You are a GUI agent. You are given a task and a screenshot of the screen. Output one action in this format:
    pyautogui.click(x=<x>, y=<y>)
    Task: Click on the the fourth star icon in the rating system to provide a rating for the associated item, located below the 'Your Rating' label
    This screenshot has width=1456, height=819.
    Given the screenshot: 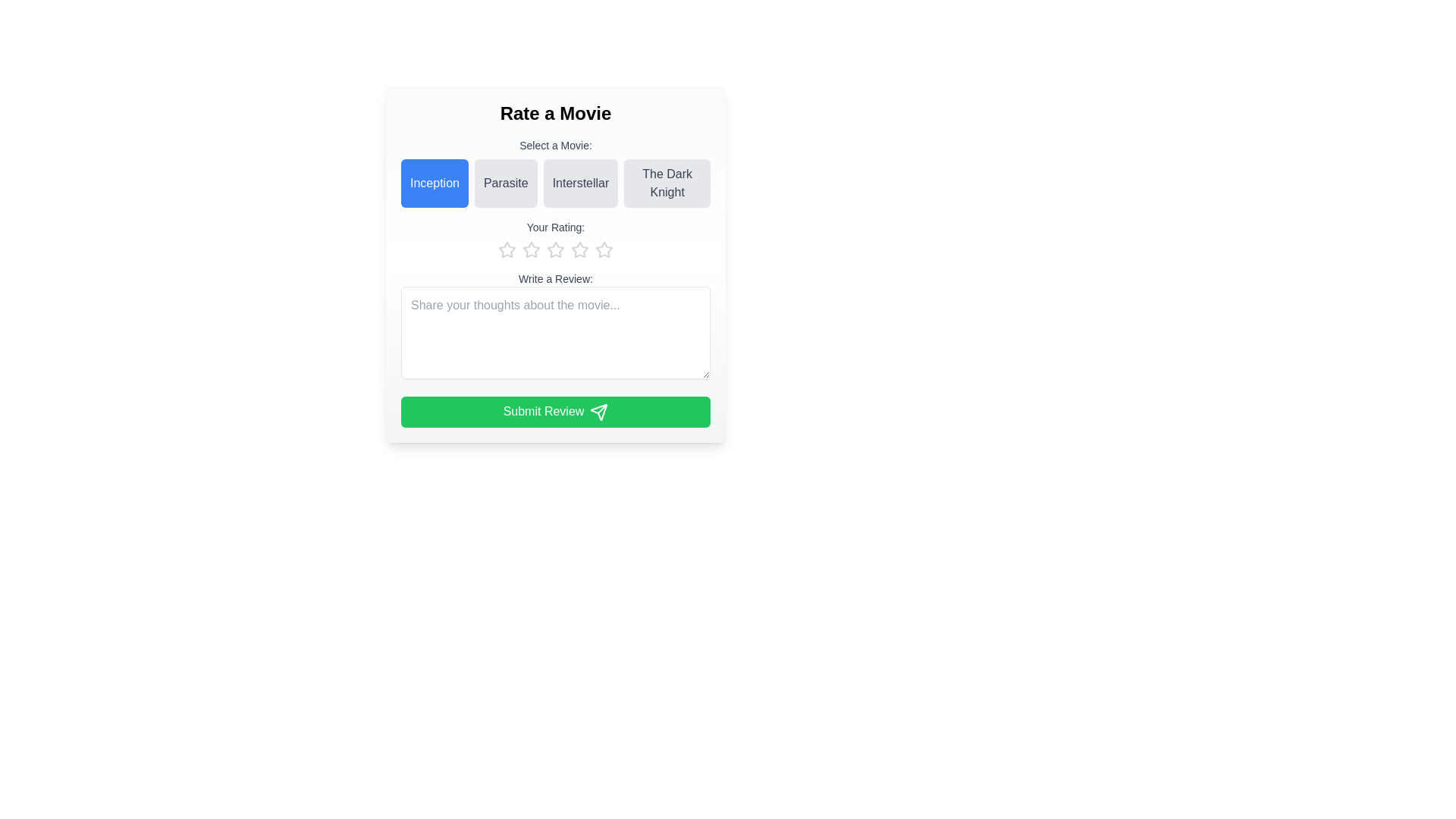 What is the action you would take?
    pyautogui.click(x=579, y=249)
    